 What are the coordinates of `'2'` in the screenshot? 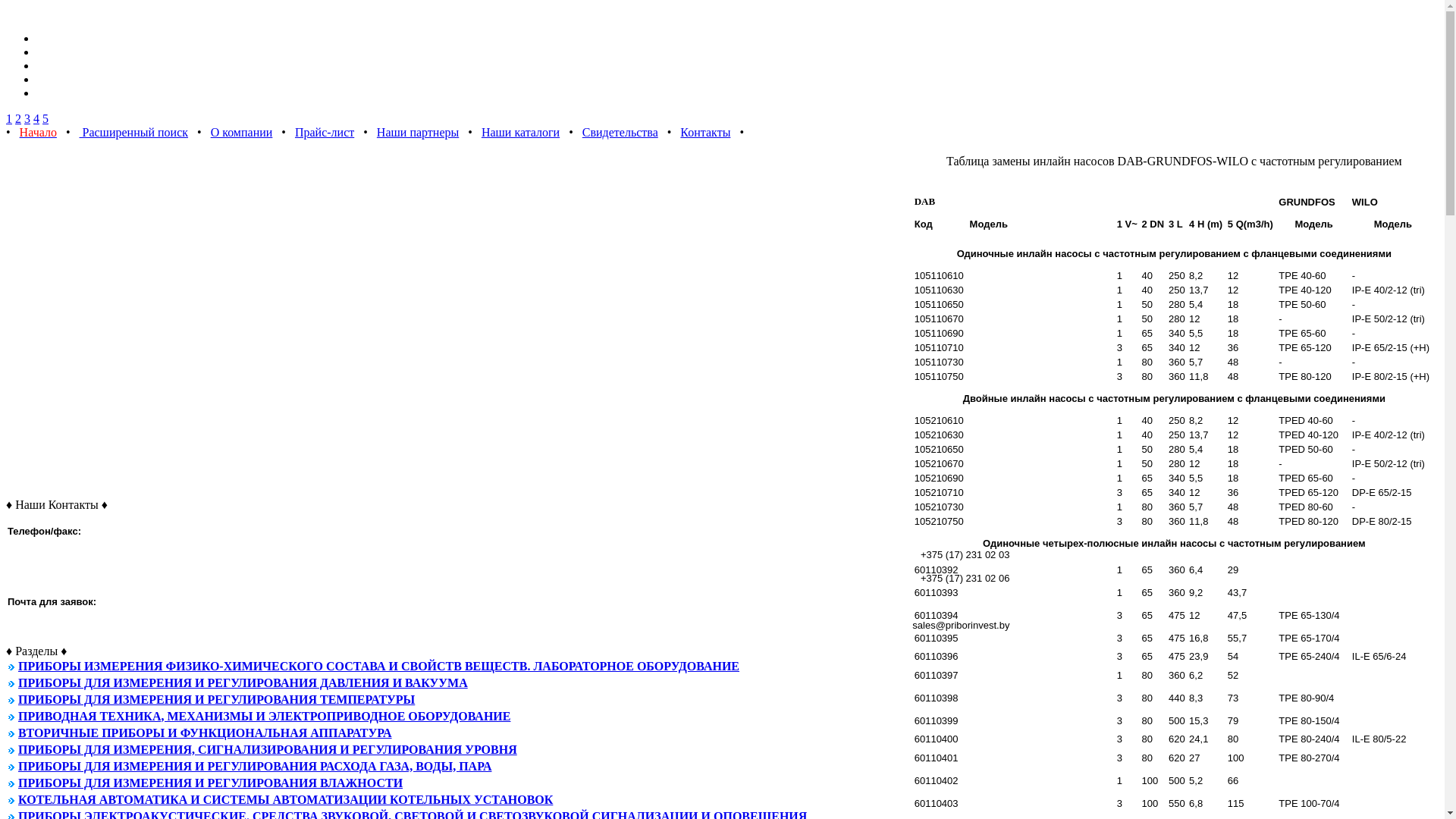 It's located at (18, 118).